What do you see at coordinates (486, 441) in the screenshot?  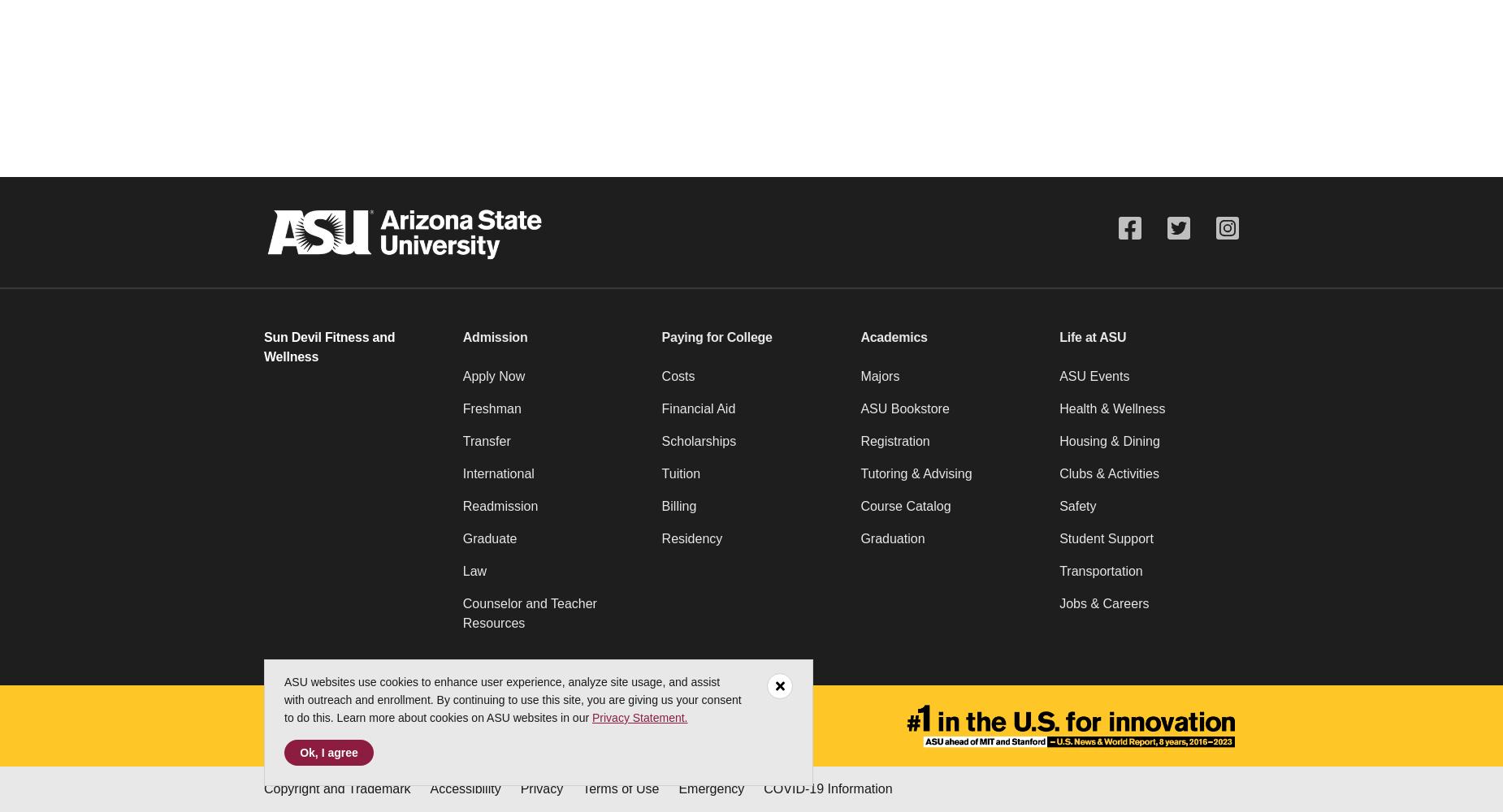 I see `'Transfer'` at bounding box center [486, 441].